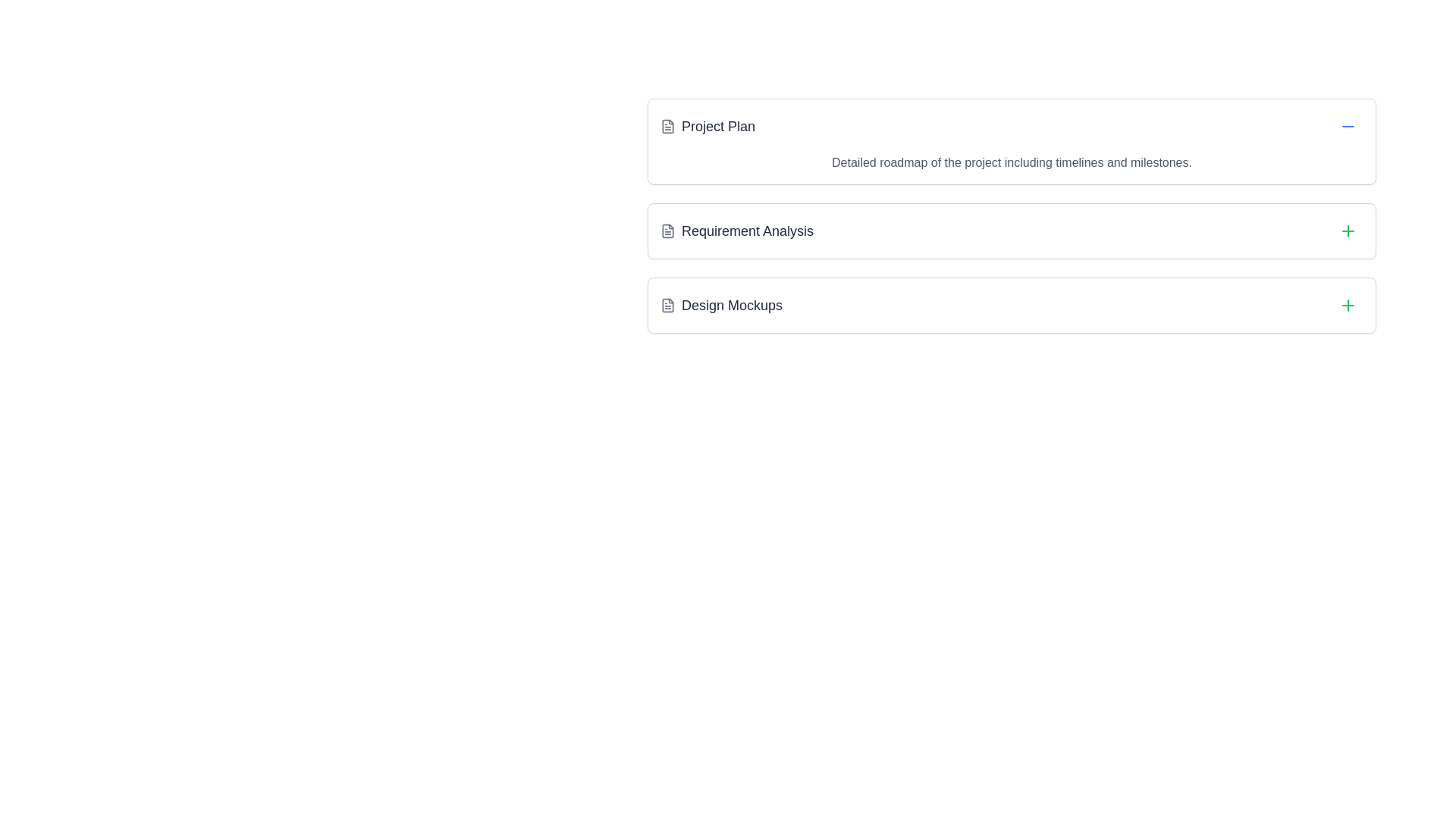 This screenshot has height=819, width=1456. What do you see at coordinates (667, 125) in the screenshot?
I see `the document file icon located at the leftmost side of the 'Project Plan' section, which features a gray, minimalist design` at bounding box center [667, 125].